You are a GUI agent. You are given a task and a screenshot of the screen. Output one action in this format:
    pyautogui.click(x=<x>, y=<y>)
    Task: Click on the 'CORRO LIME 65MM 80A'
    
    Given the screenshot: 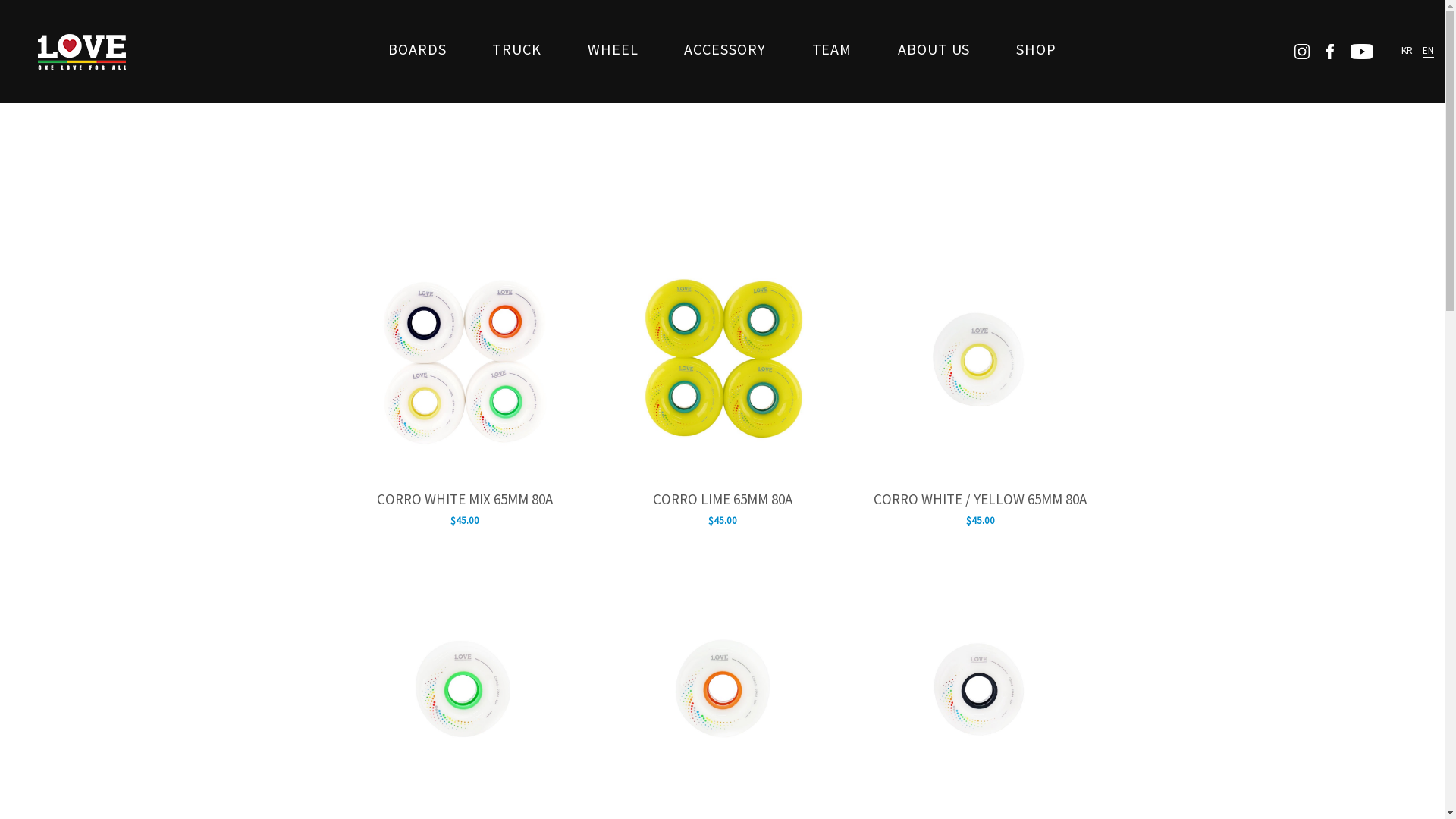 What is the action you would take?
    pyautogui.click(x=720, y=500)
    